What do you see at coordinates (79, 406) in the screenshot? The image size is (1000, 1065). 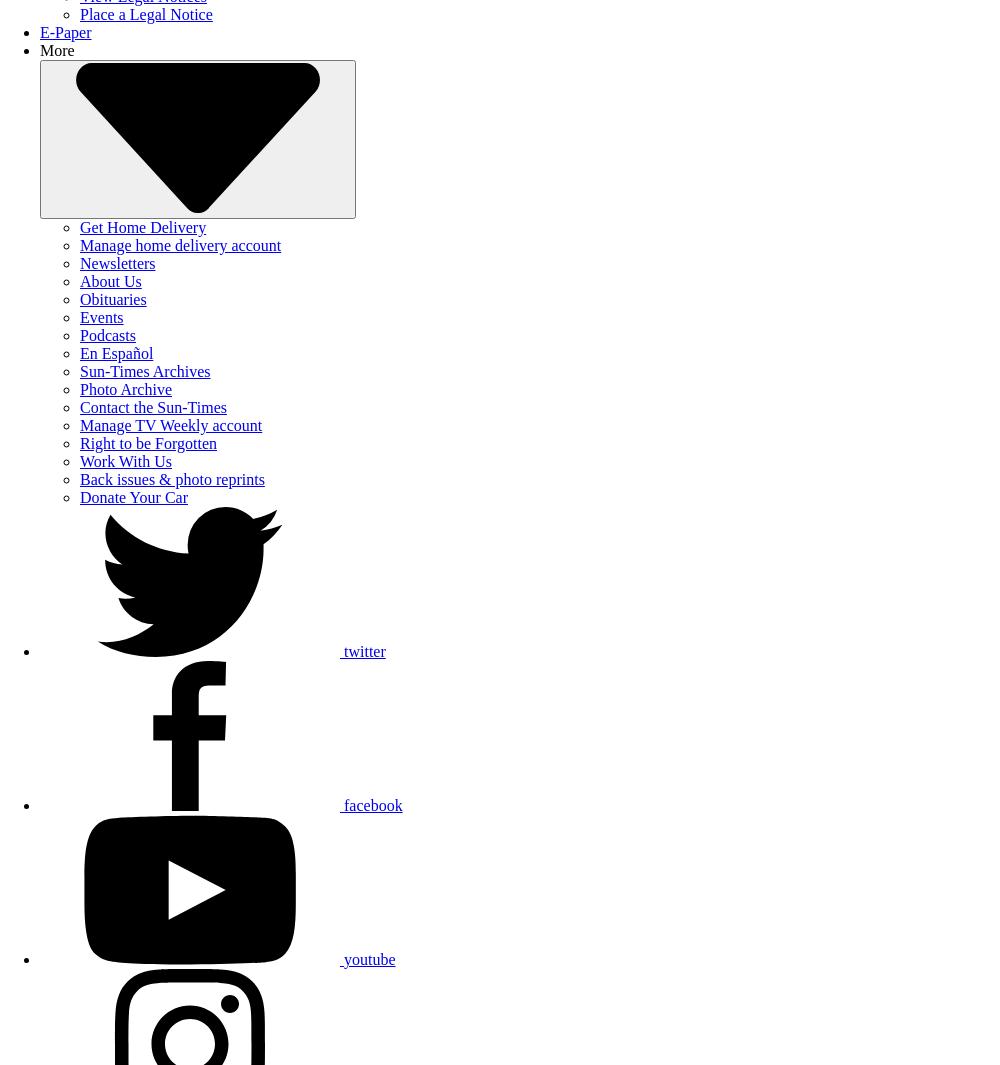 I see `'Contact the Sun-Times'` at bounding box center [79, 406].